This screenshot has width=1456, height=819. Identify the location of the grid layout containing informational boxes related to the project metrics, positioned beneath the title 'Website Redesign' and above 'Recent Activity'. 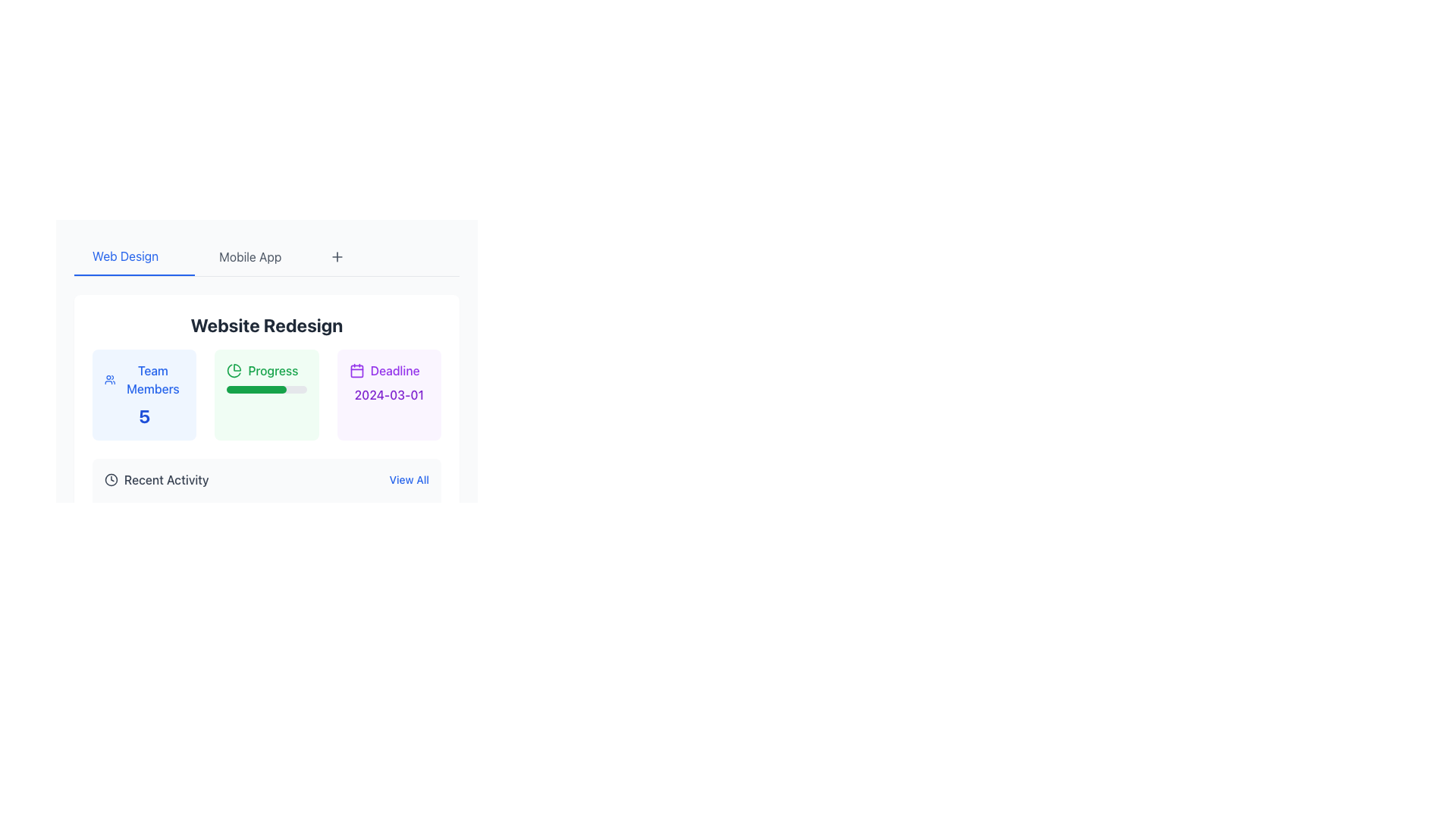
(266, 394).